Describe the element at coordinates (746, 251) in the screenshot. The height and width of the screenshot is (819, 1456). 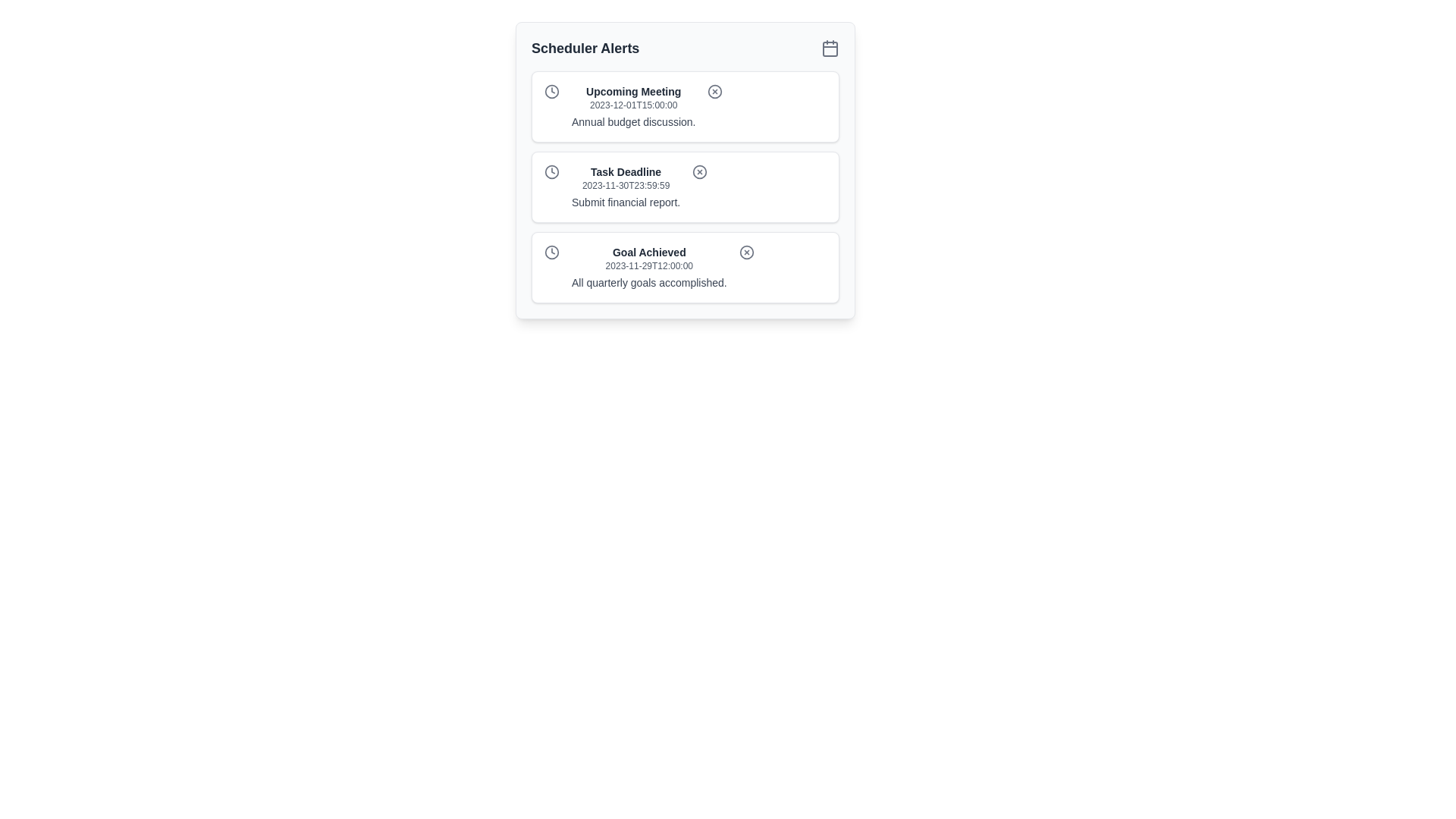
I see `the dismiss button located in the 'Goal Achieved' section, positioned to the right of the 'Goal Achieved' text` at that location.